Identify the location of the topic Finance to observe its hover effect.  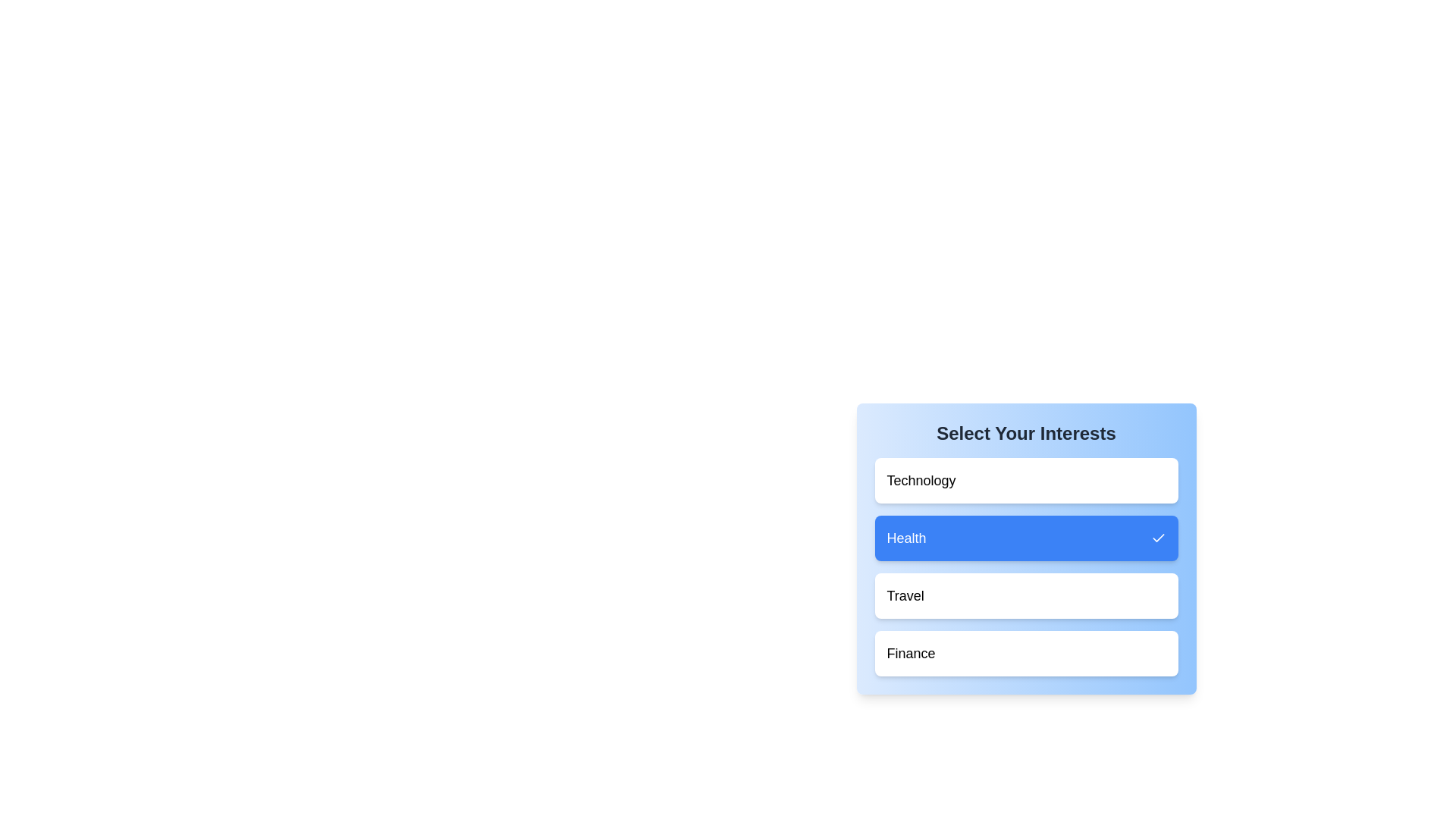
(1026, 652).